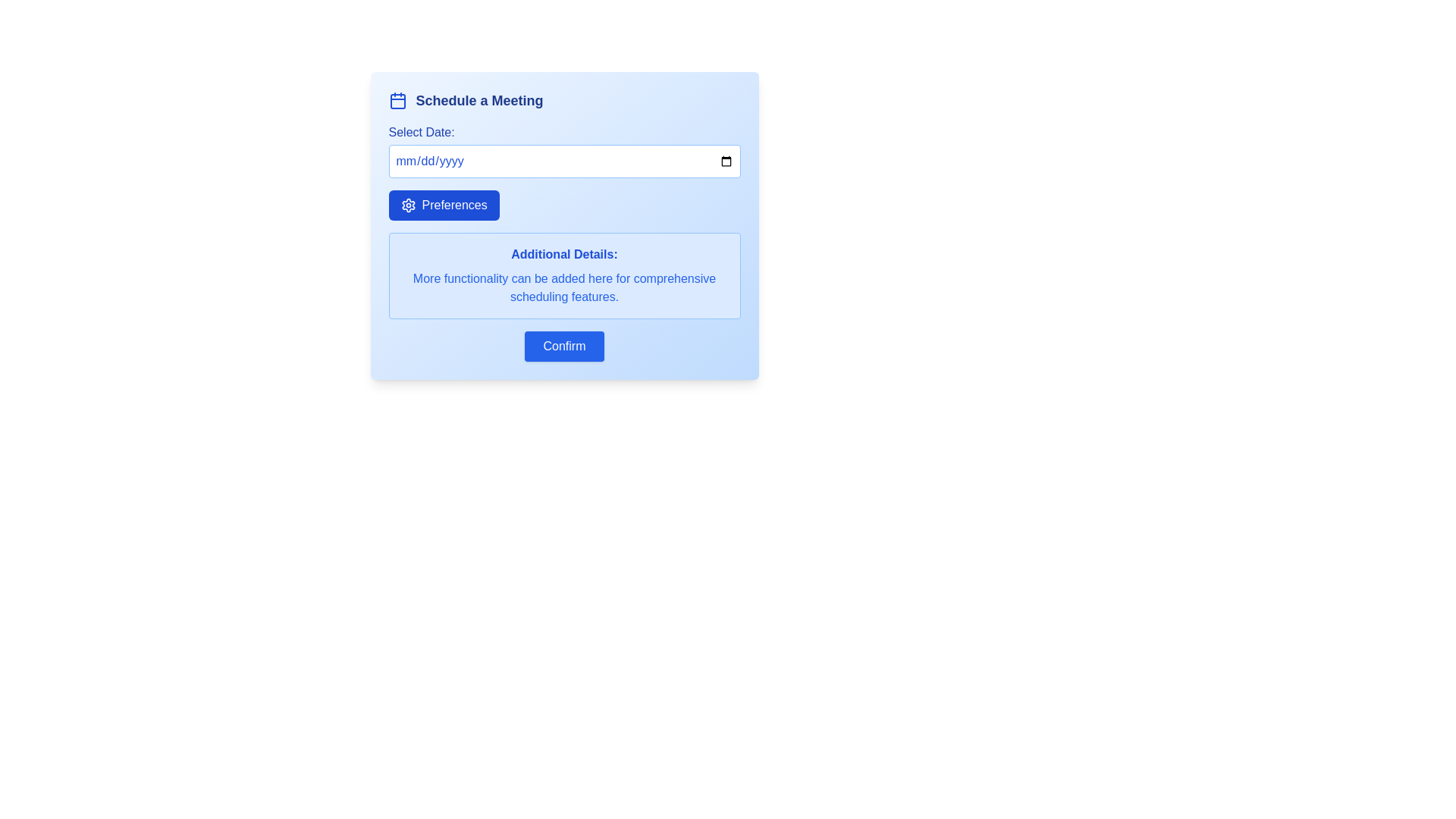  What do you see at coordinates (443, 205) in the screenshot?
I see `the settings button located in the central section of the popup interface, positioned beneath the date selection field and above the additional details section` at bounding box center [443, 205].